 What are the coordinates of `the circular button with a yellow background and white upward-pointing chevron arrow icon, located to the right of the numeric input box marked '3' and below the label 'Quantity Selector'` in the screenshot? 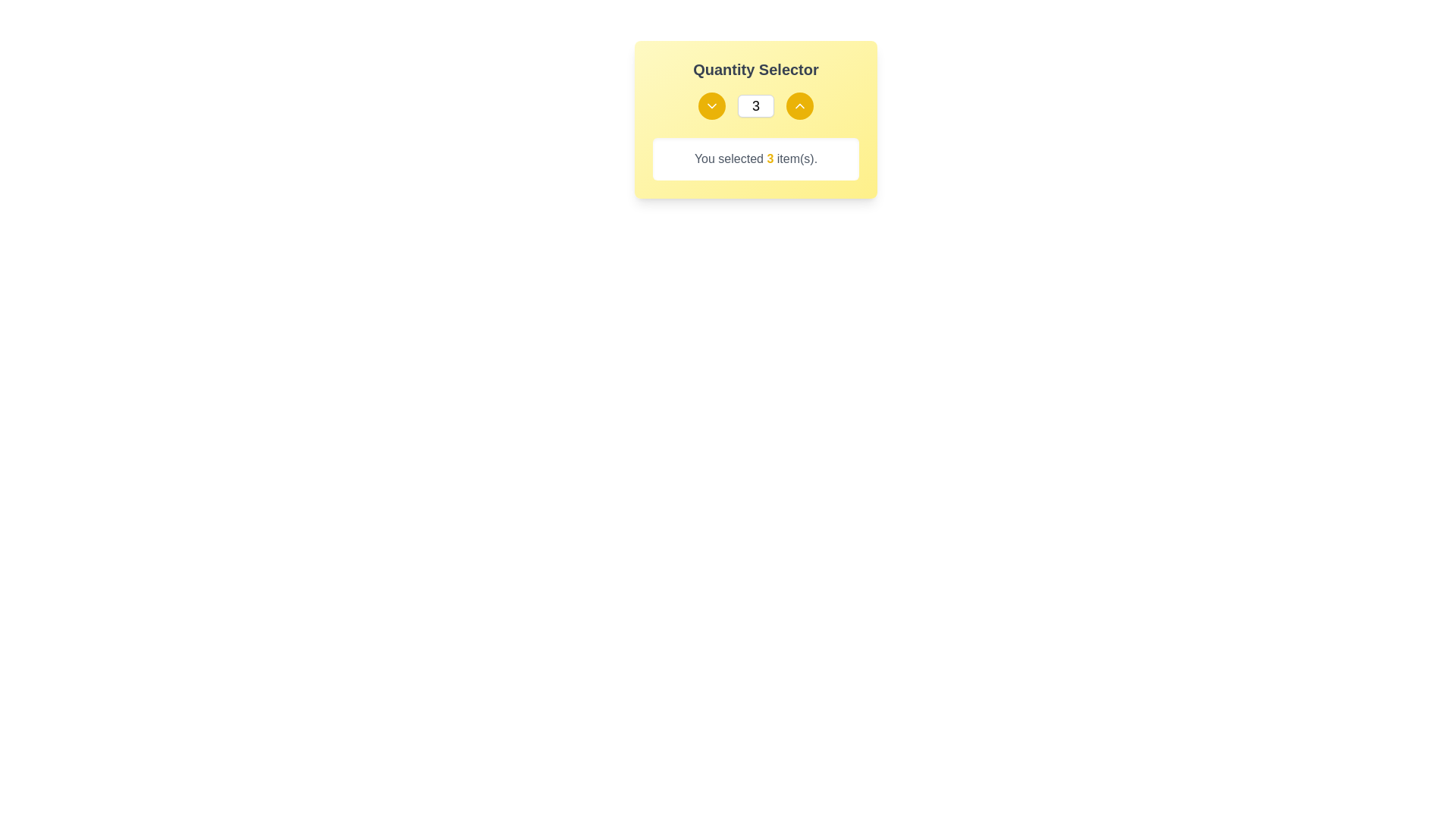 It's located at (799, 105).